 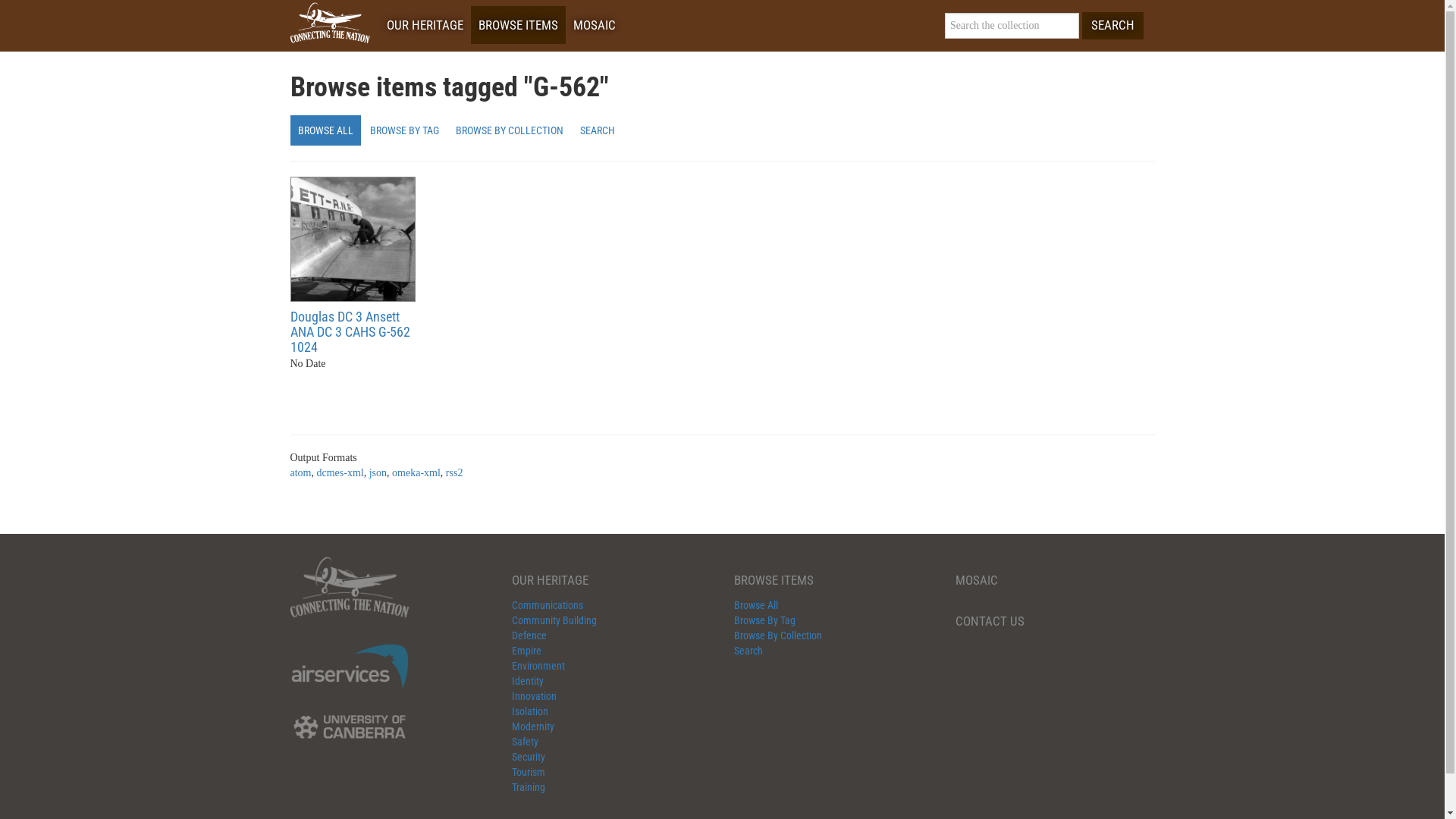 What do you see at coordinates (528, 772) in the screenshot?
I see `'Tourism'` at bounding box center [528, 772].